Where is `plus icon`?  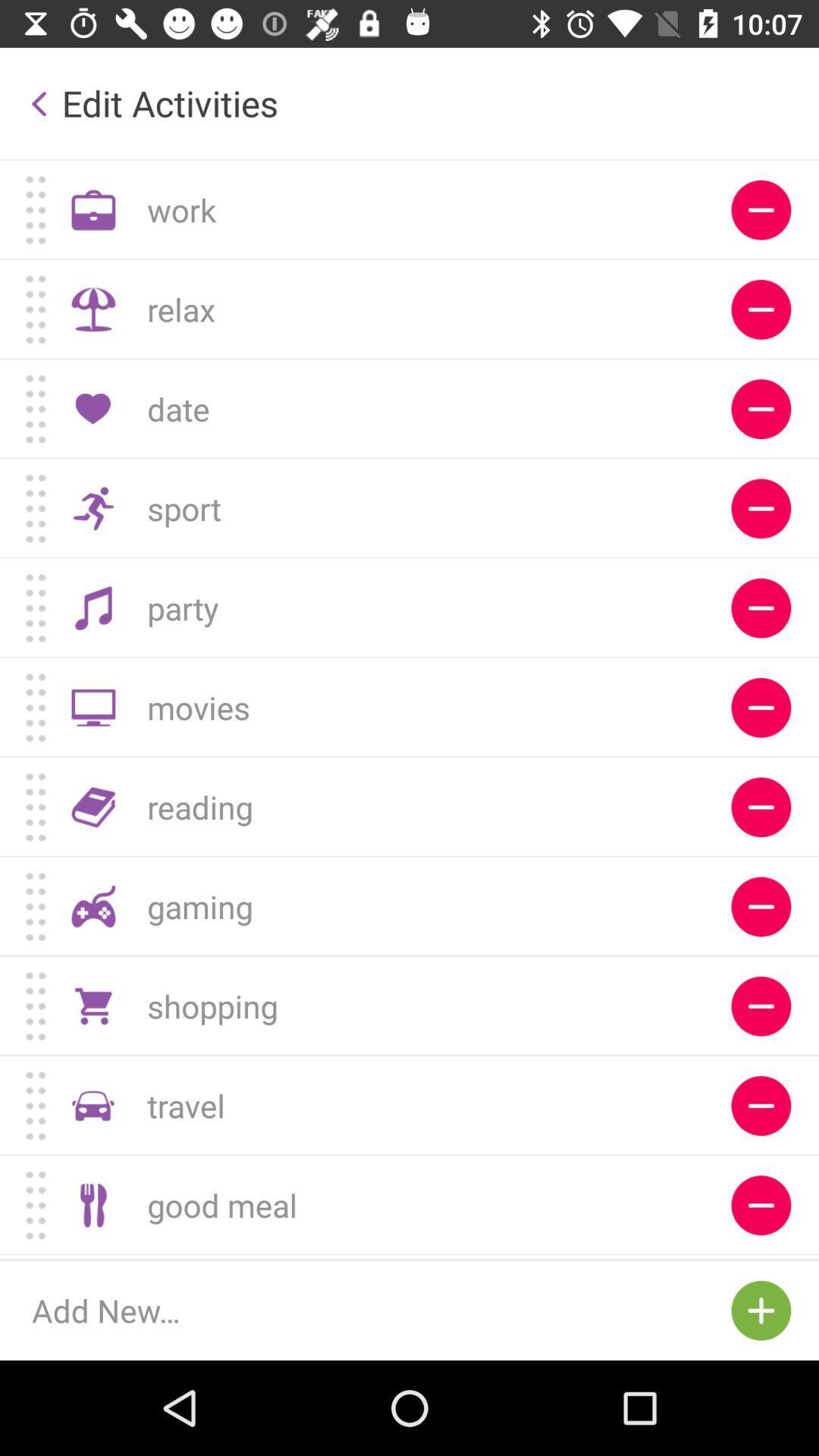
plus icon is located at coordinates (761, 1310).